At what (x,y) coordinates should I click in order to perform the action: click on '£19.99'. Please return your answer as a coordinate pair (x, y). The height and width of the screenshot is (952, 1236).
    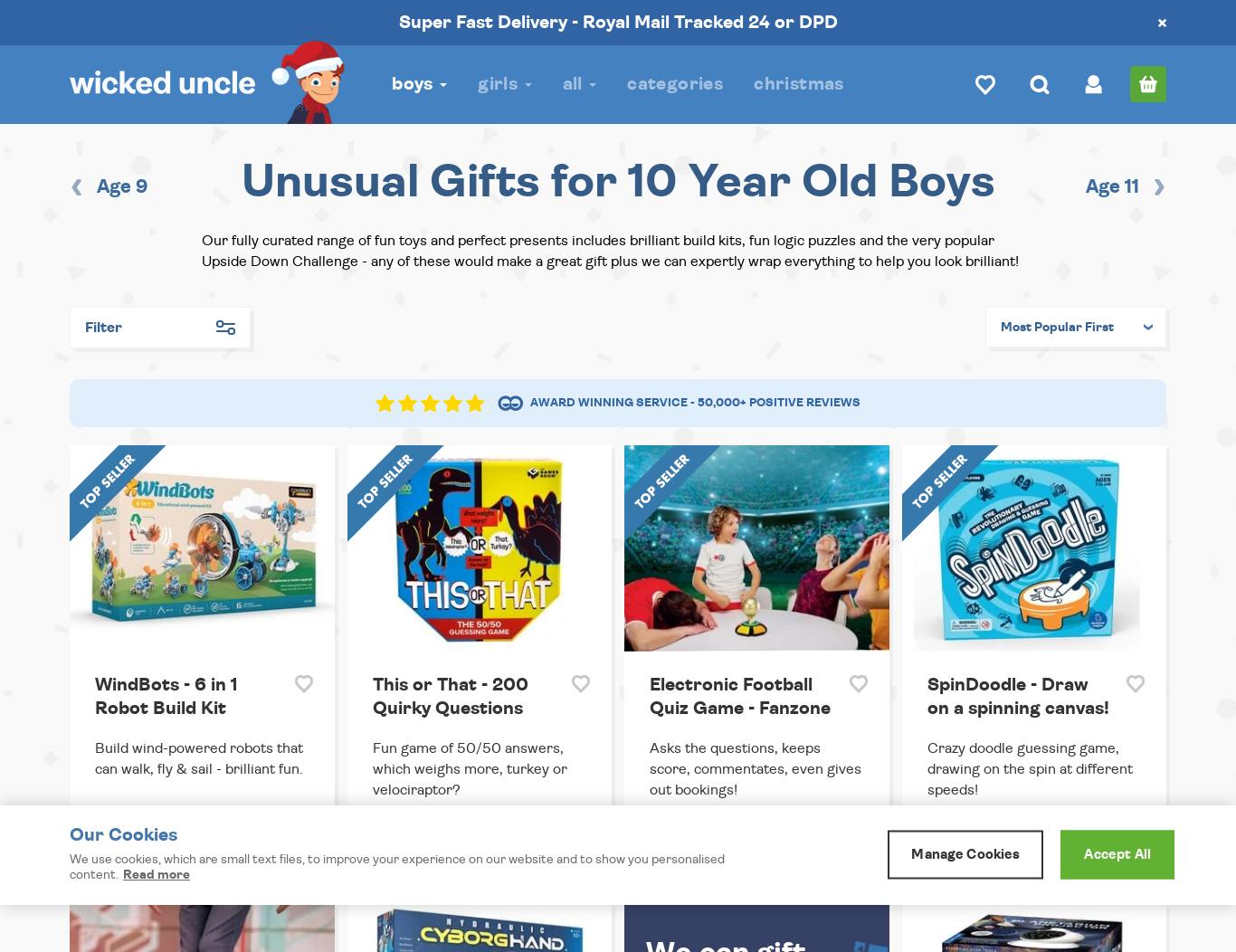
    Looking at the image, I should click on (947, 844).